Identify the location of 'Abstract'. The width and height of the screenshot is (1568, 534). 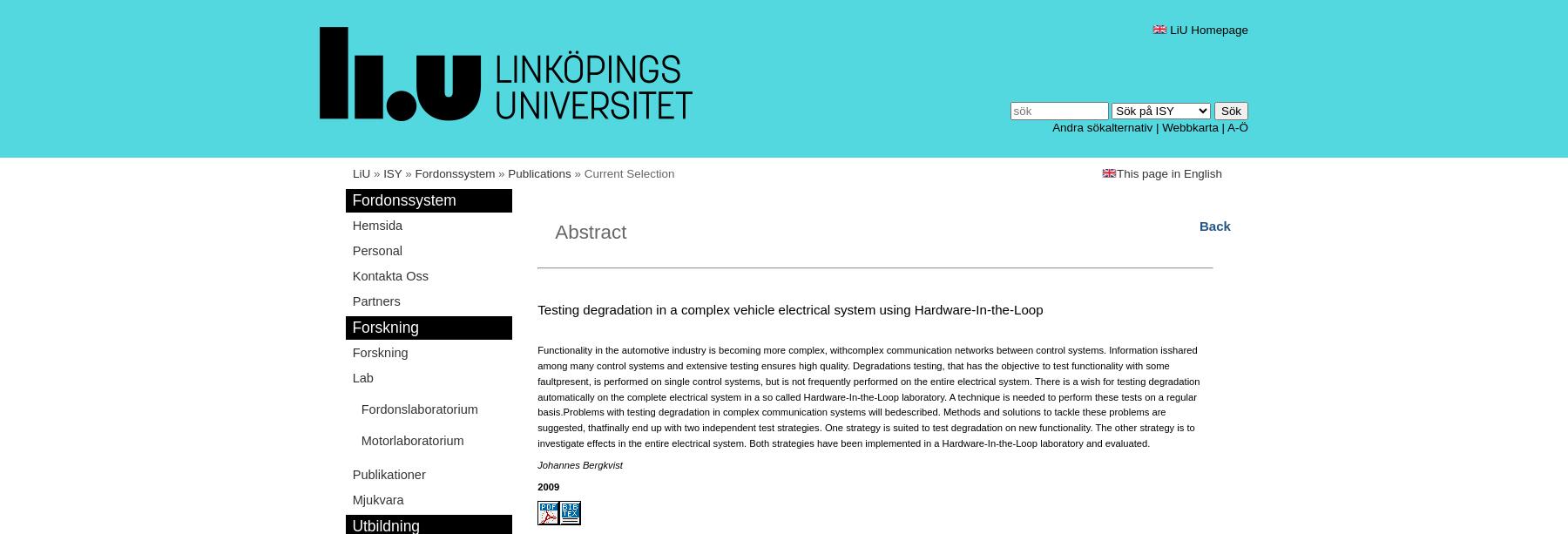
(590, 231).